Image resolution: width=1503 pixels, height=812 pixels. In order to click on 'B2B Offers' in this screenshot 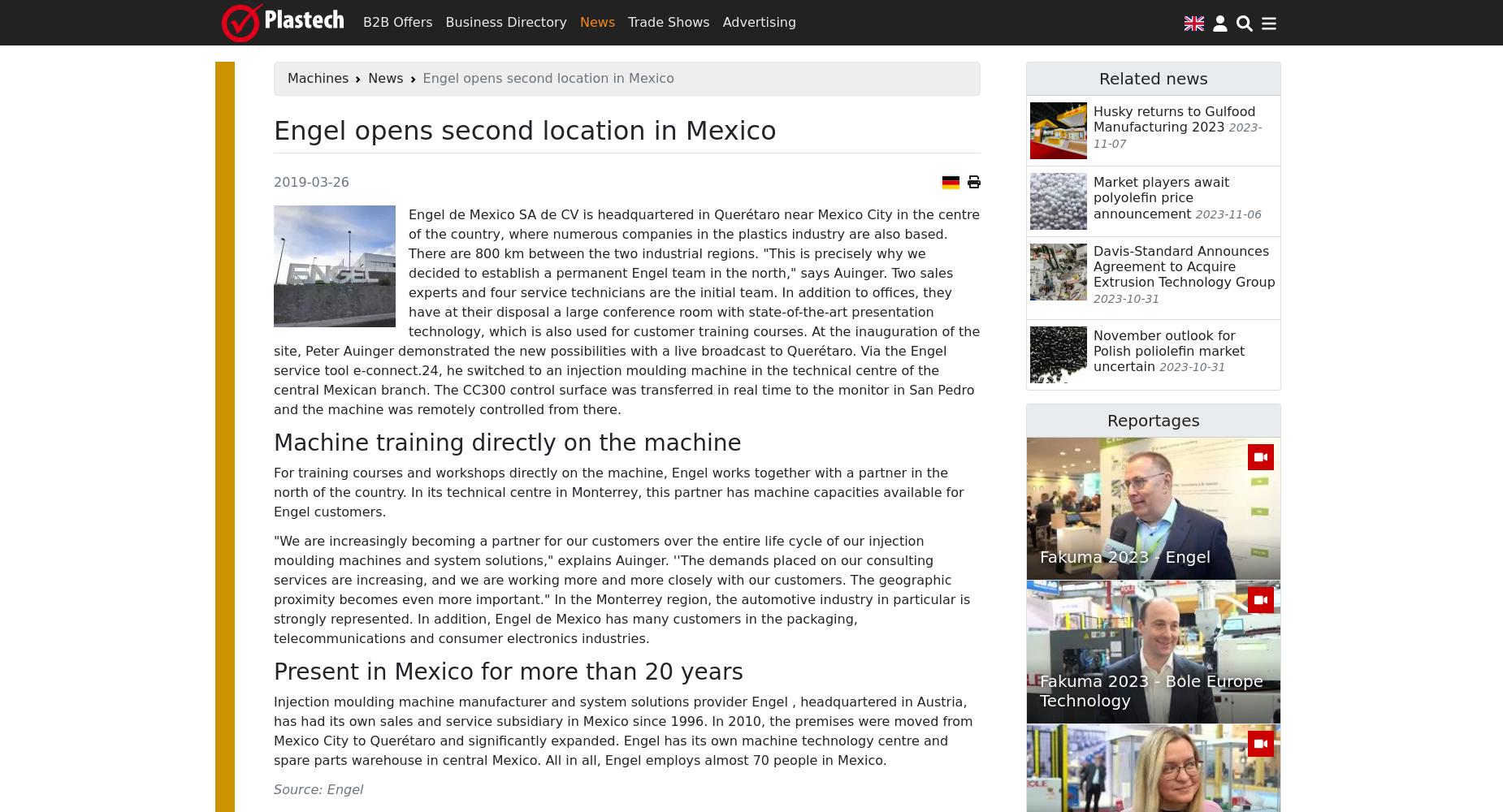, I will do `click(397, 22)`.